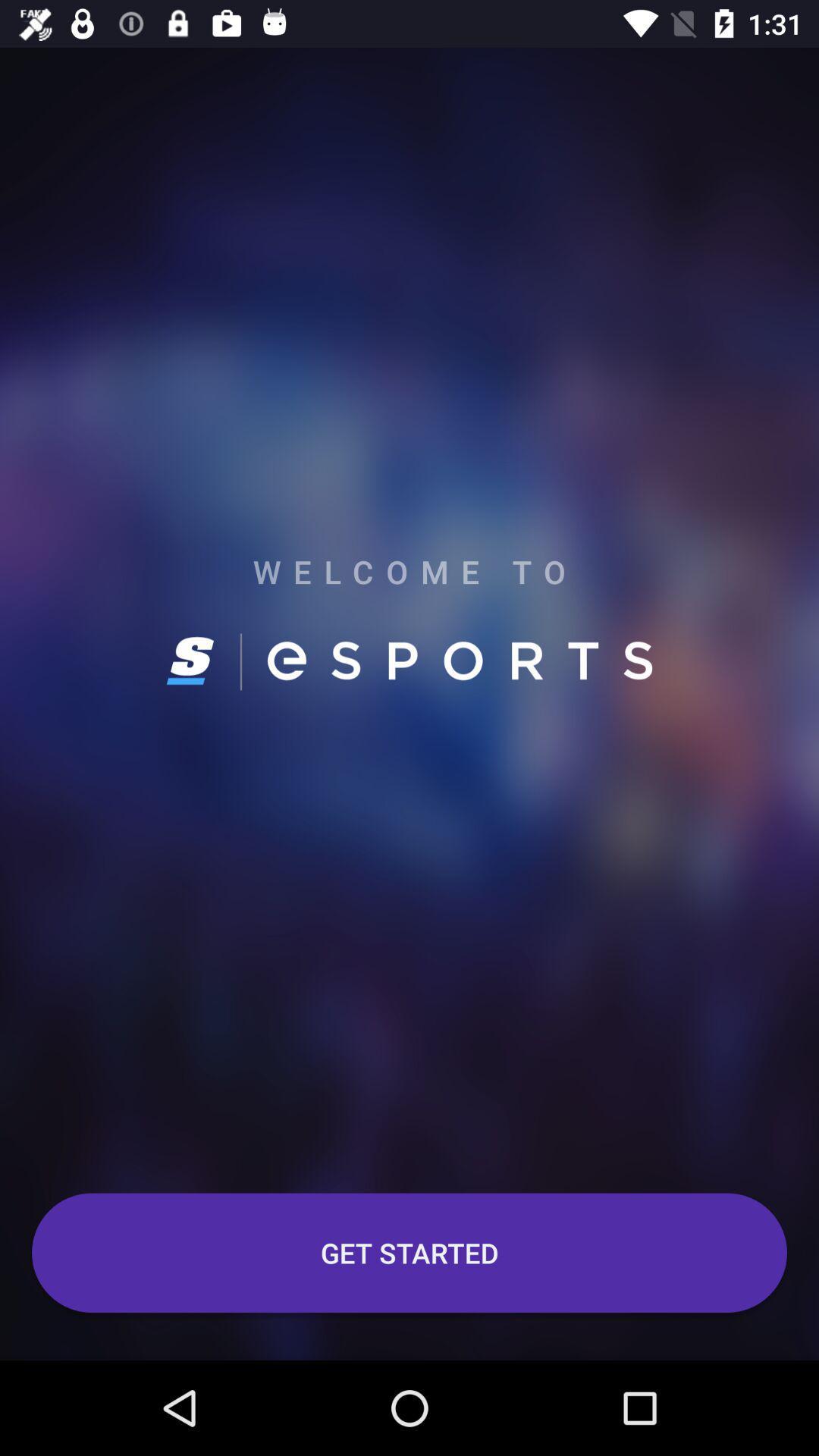 This screenshot has height=1456, width=819. I want to click on get started icon, so click(409, 1253).